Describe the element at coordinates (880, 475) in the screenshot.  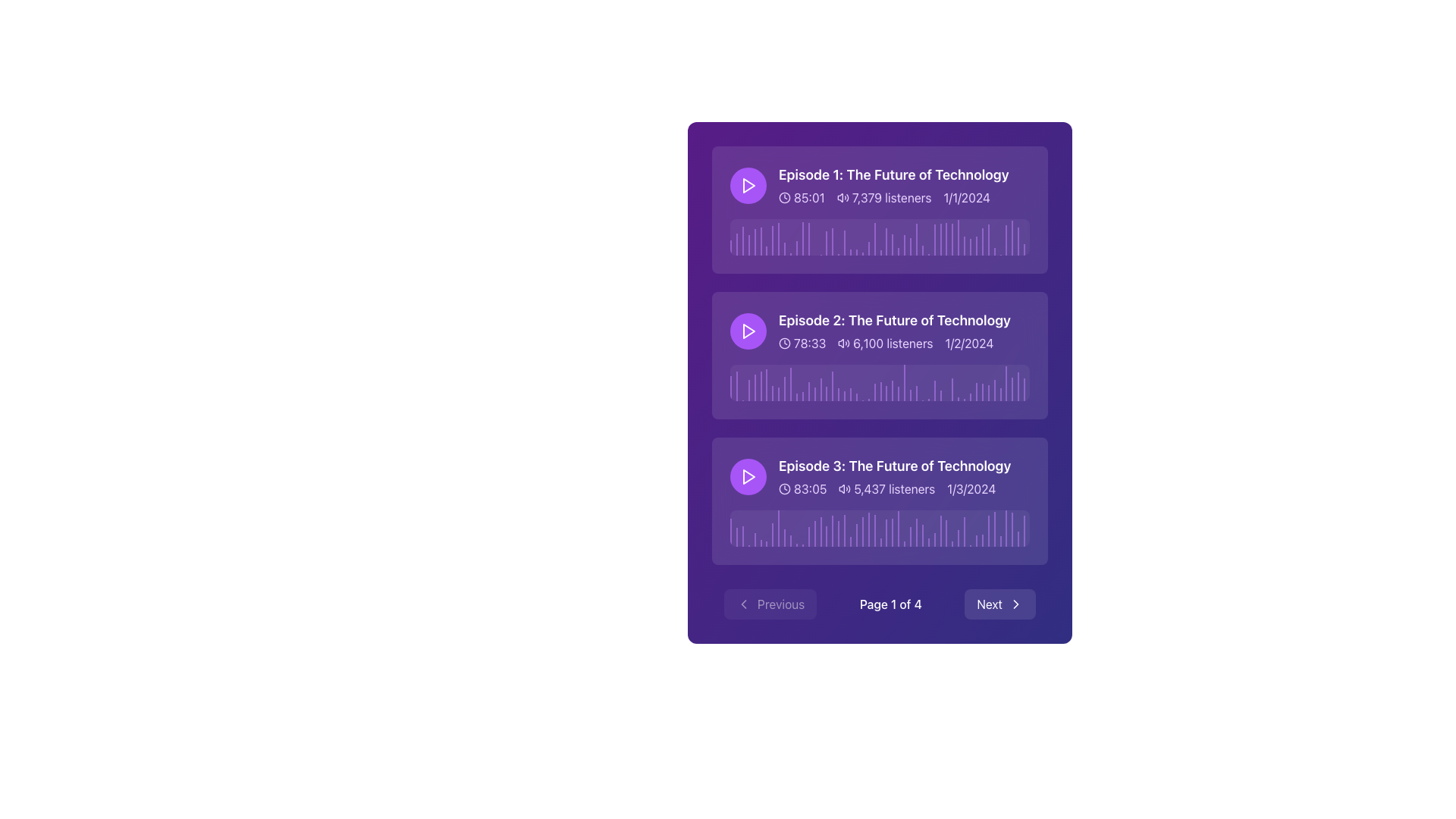
I see `the text of the List item representing 'Episode 3: The Future of Technology'` at that location.